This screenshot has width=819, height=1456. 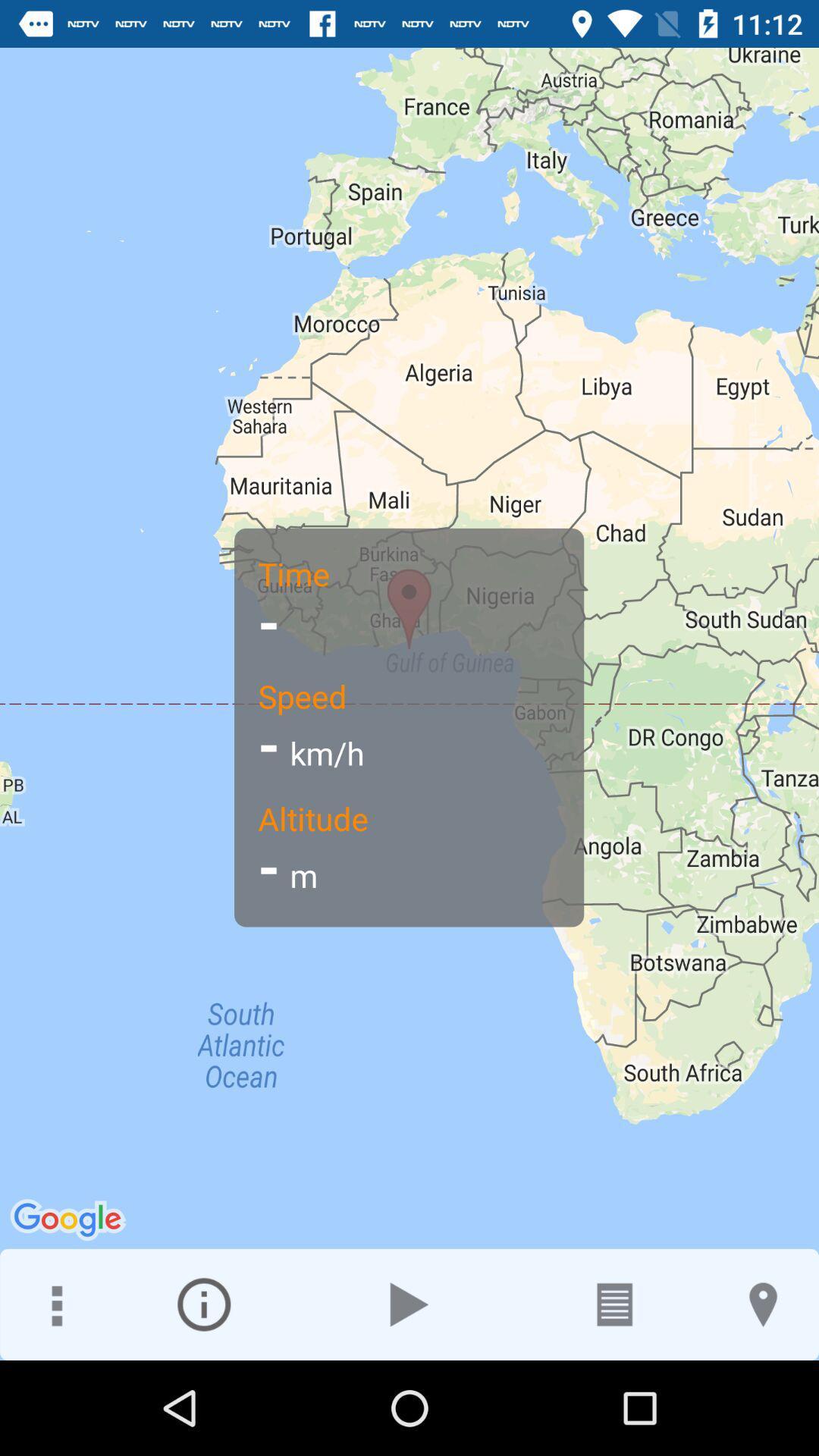 I want to click on the location icon, so click(x=763, y=1304).